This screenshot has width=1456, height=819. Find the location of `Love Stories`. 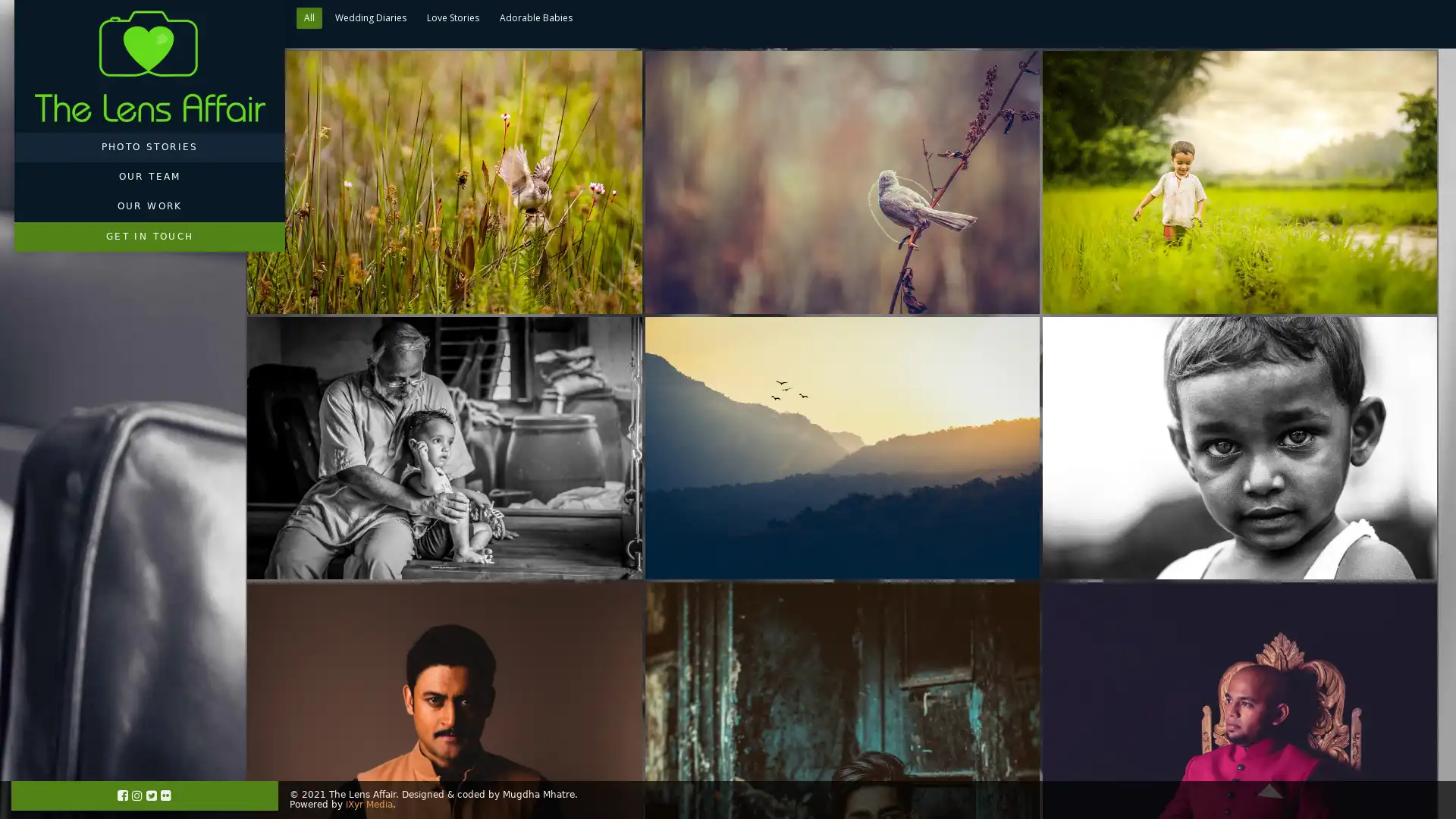

Love Stories is located at coordinates (451, 17).